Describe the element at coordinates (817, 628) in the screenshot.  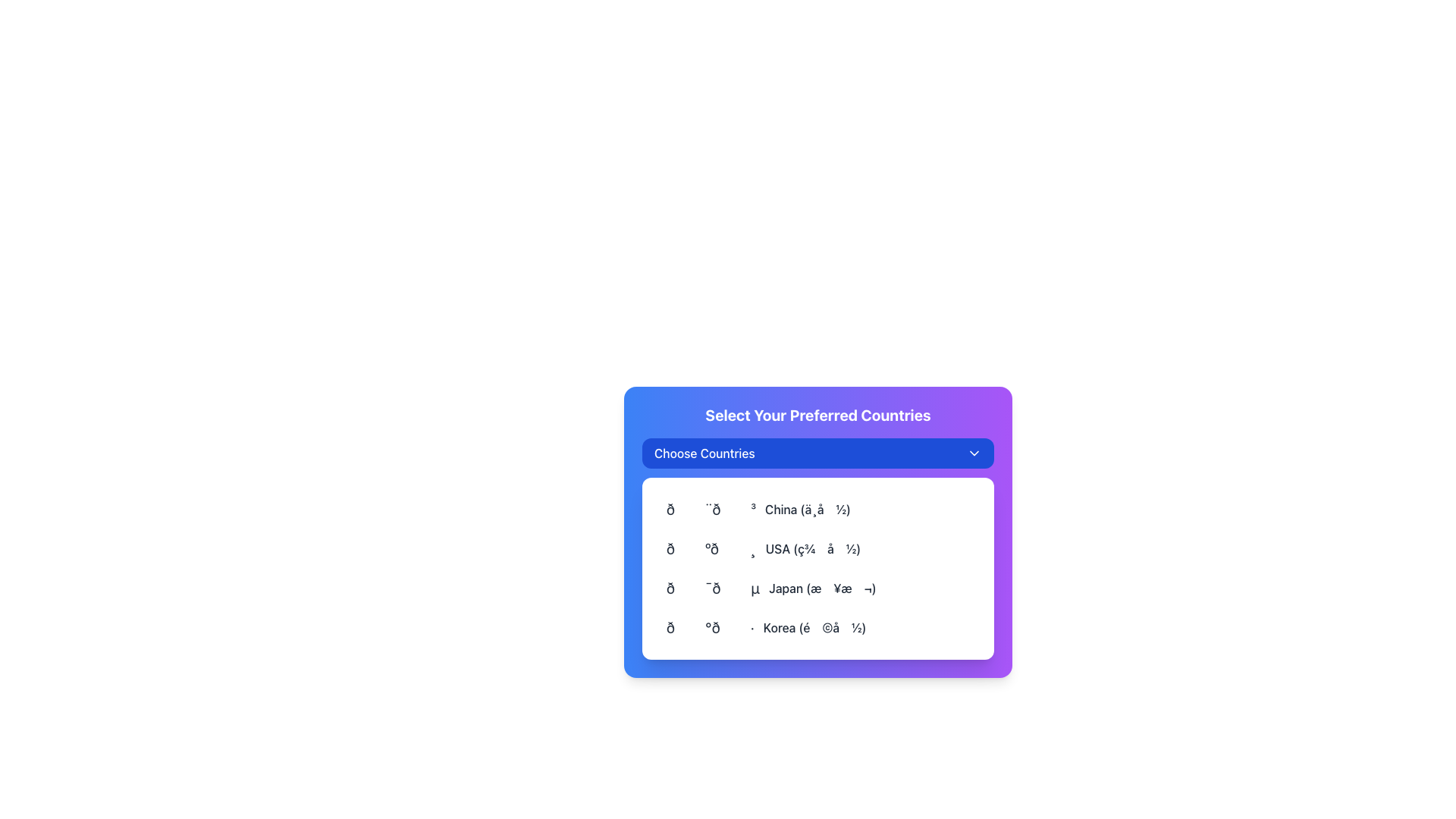
I see `the list item labeled 'Korea', which is the fourth item in the vertical list under 'Select Your Preferred Countries'` at that location.